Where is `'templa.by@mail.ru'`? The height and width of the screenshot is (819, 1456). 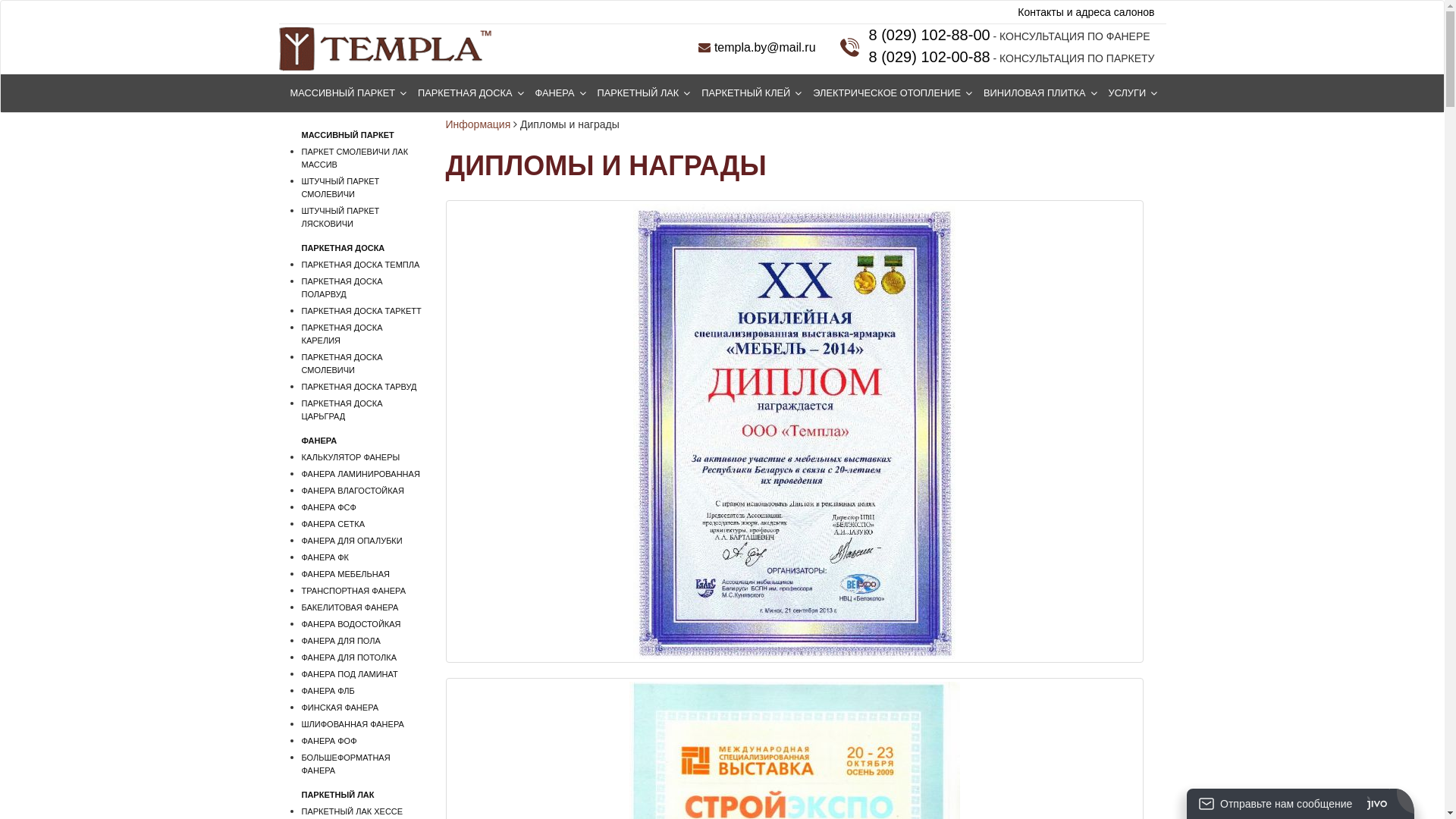
'templa.by@mail.ru' is located at coordinates (698, 46).